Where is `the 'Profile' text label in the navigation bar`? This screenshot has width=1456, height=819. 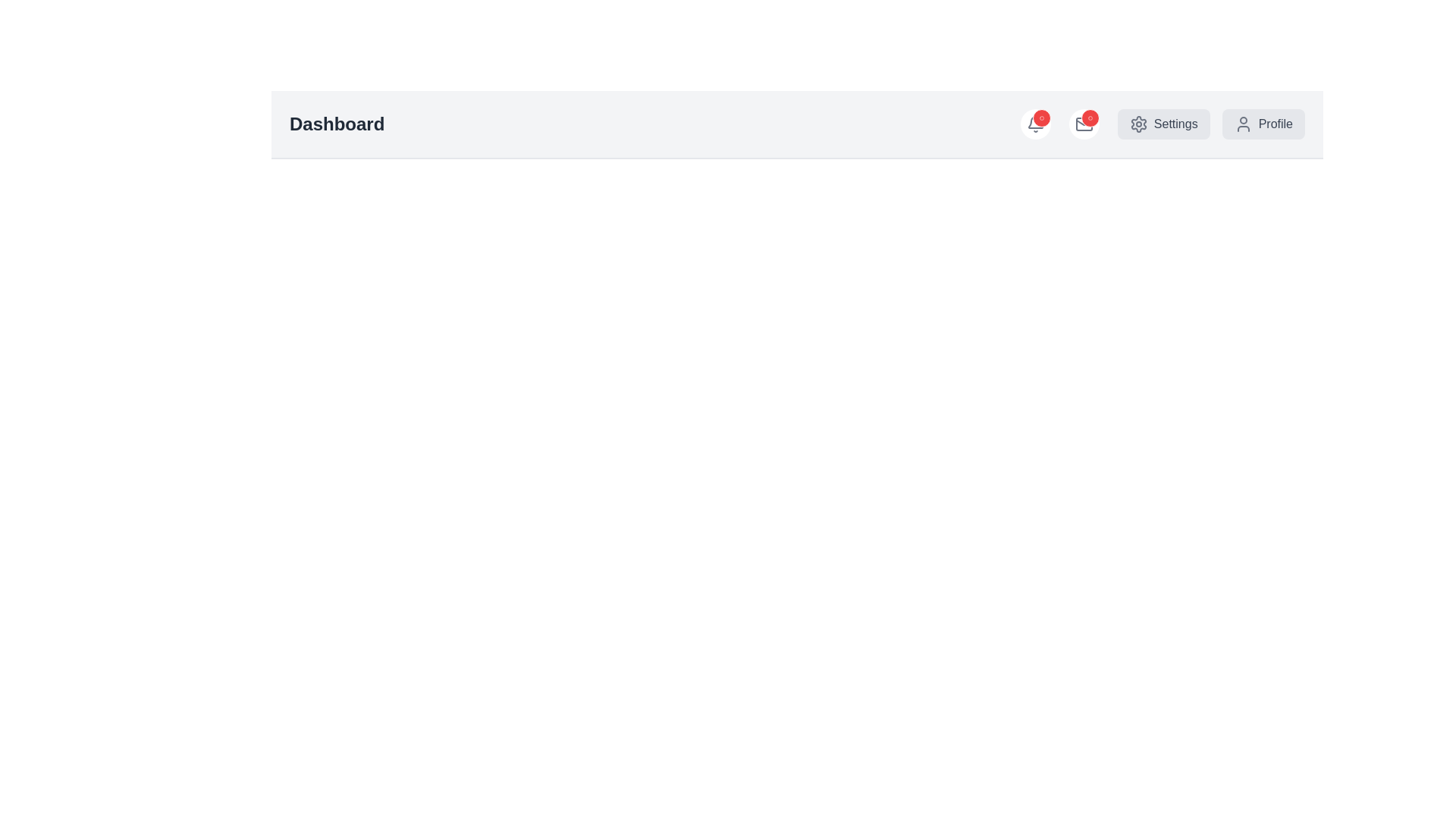 the 'Profile' text label in the navigation bar is located at coordinates (1275, 124).